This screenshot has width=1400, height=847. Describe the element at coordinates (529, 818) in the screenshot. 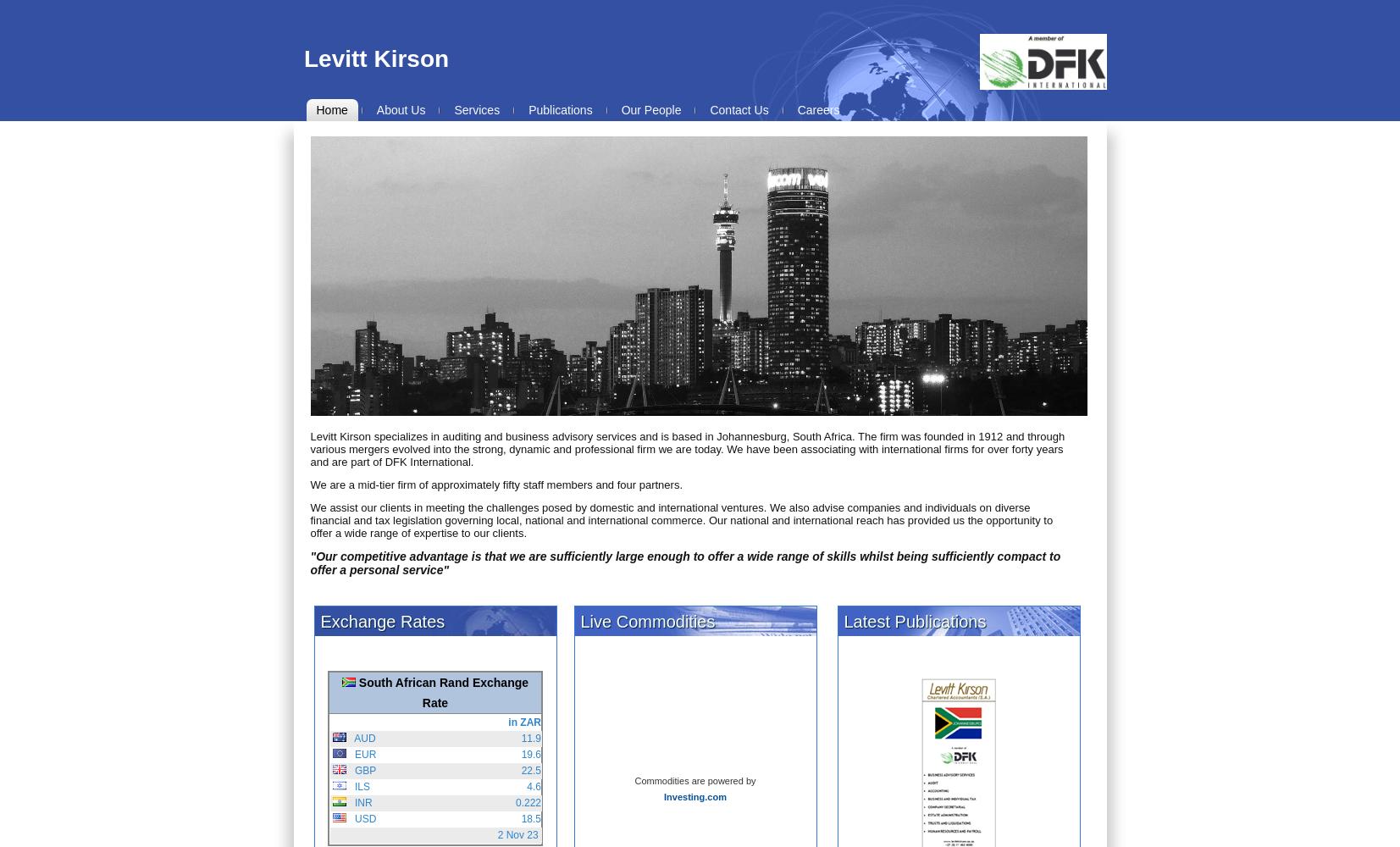

I see `'18.5'` at that location.